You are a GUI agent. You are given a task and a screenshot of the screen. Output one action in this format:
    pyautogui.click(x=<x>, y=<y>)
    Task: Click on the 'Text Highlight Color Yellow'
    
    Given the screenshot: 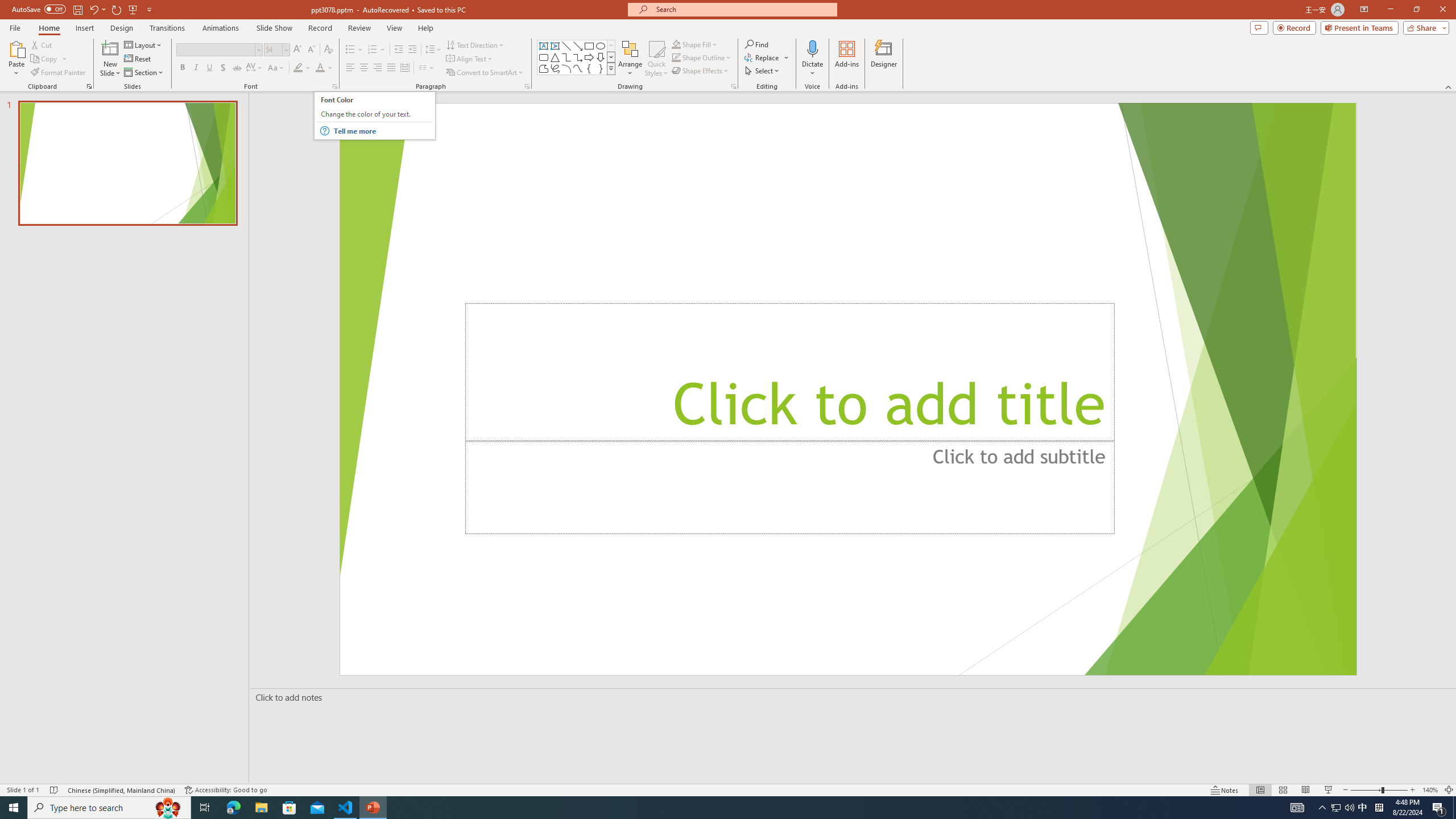 What is the action you would take?
    pyautogui.click(x=297, y=67)
    